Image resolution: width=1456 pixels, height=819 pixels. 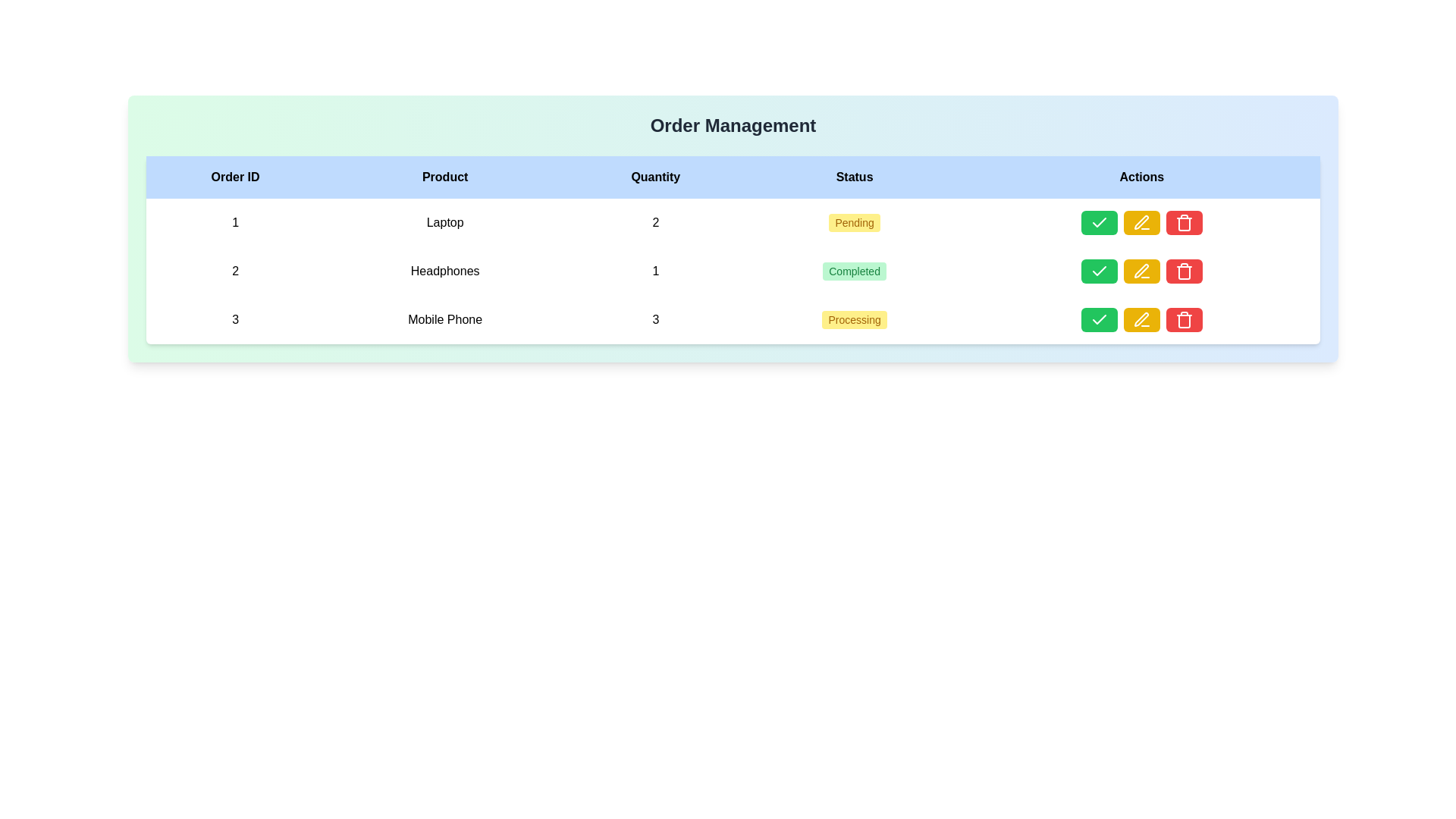 What do you see at coordinates (1141, 270) in the screenshot?
I see `the yellow pen icon in the 'Actions' column of the second row` at bounding box center [1141, 270].